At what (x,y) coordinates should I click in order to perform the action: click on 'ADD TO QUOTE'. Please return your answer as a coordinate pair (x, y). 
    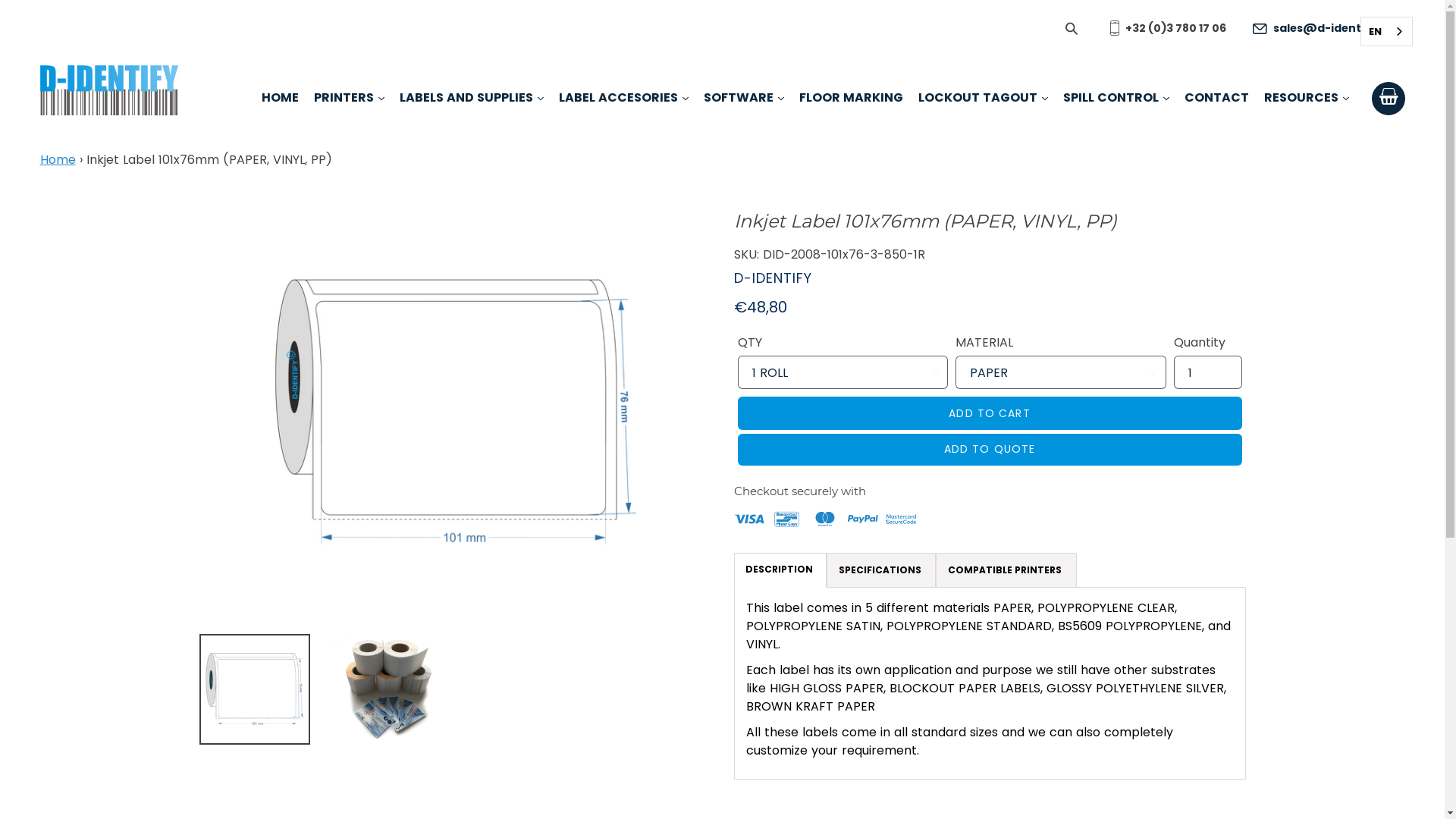
    Looking at the image, I should click on (989, 449).